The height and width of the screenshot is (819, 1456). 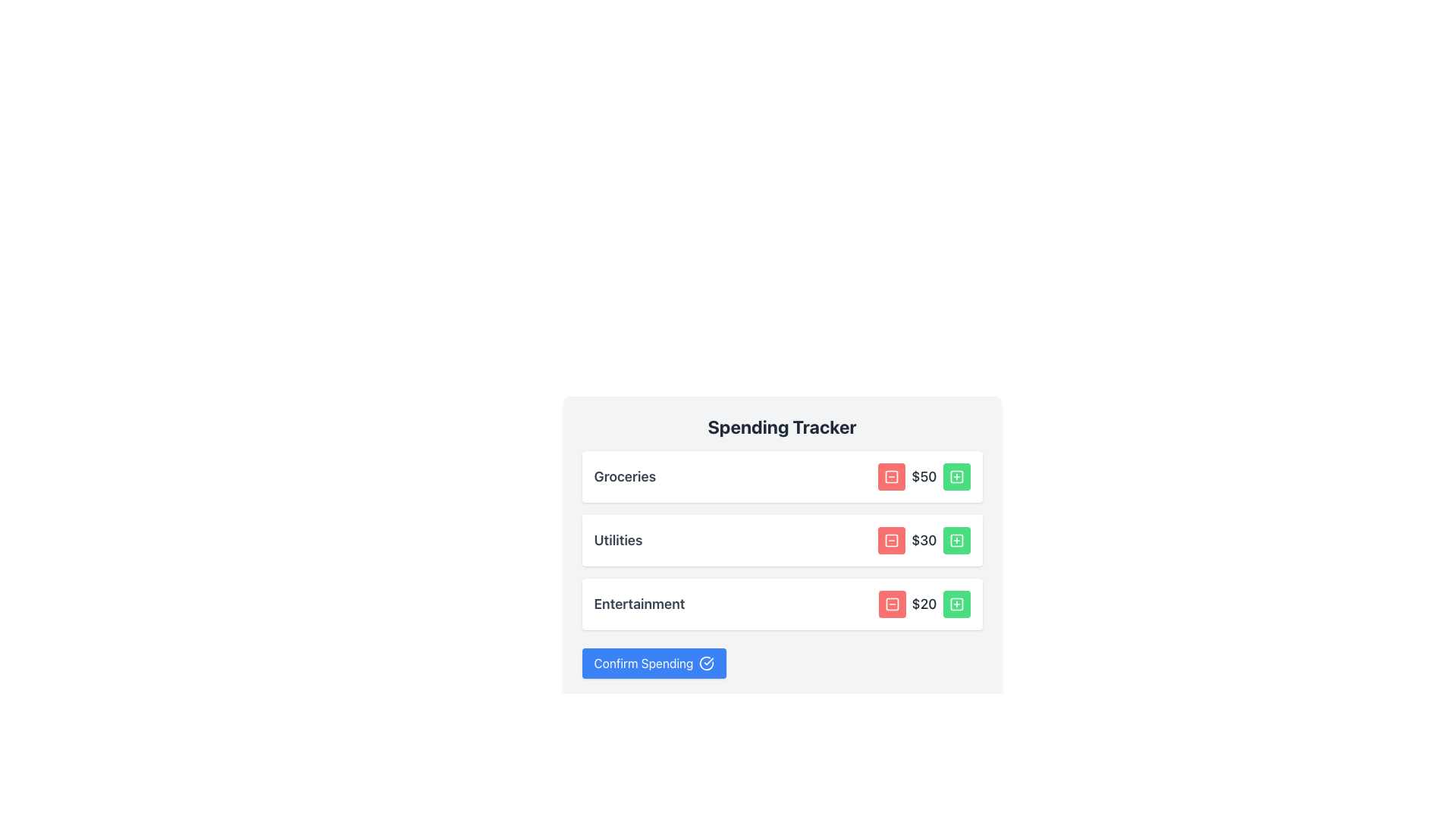 I want to click on the green square button with rounded corners containing a plus sign, located in the 'Entertainment' row, so click(x=955, y=604).